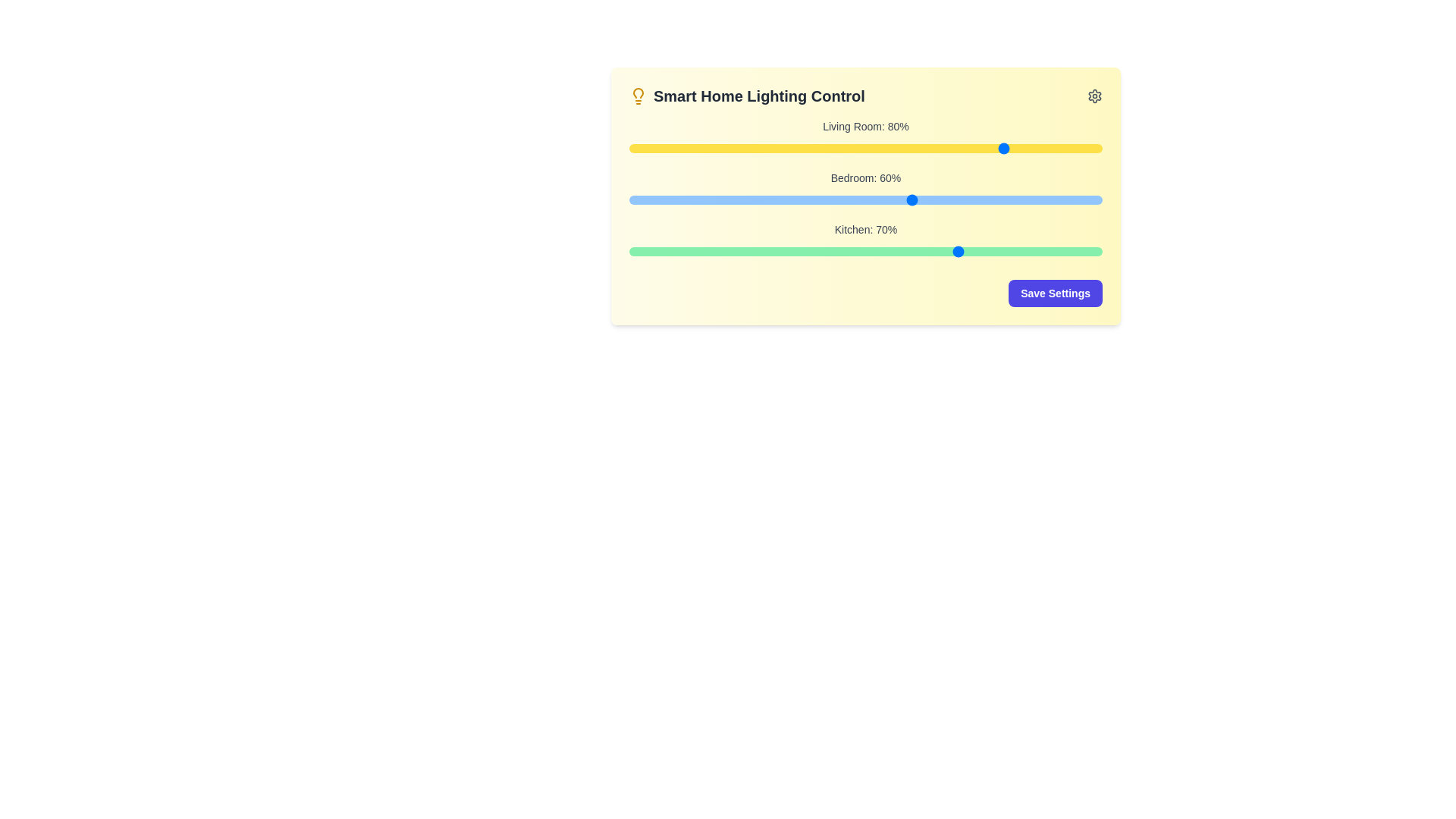 The width and height of the screenshot is (1456, 819). What do you see at coordinates (950, 149) in the screenshot?
I see `the living room light intensity` at bounding box center [950, 149].